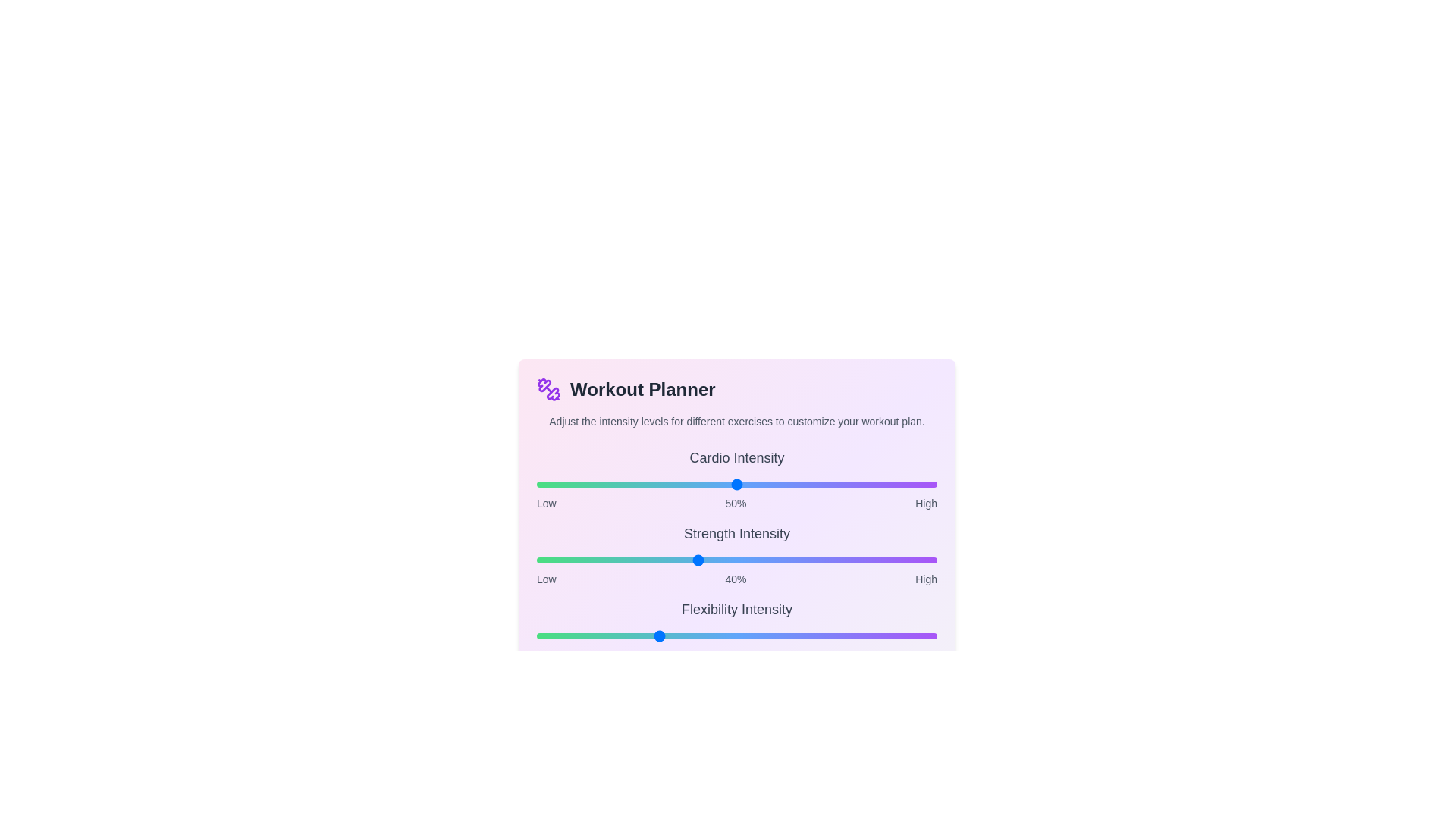 The width and height of the screenshot is (1456, 819). Describe the element at coordinates (861, 560) in the screenshot. I see `the intensity of the 1 slider to 81%` at that location.